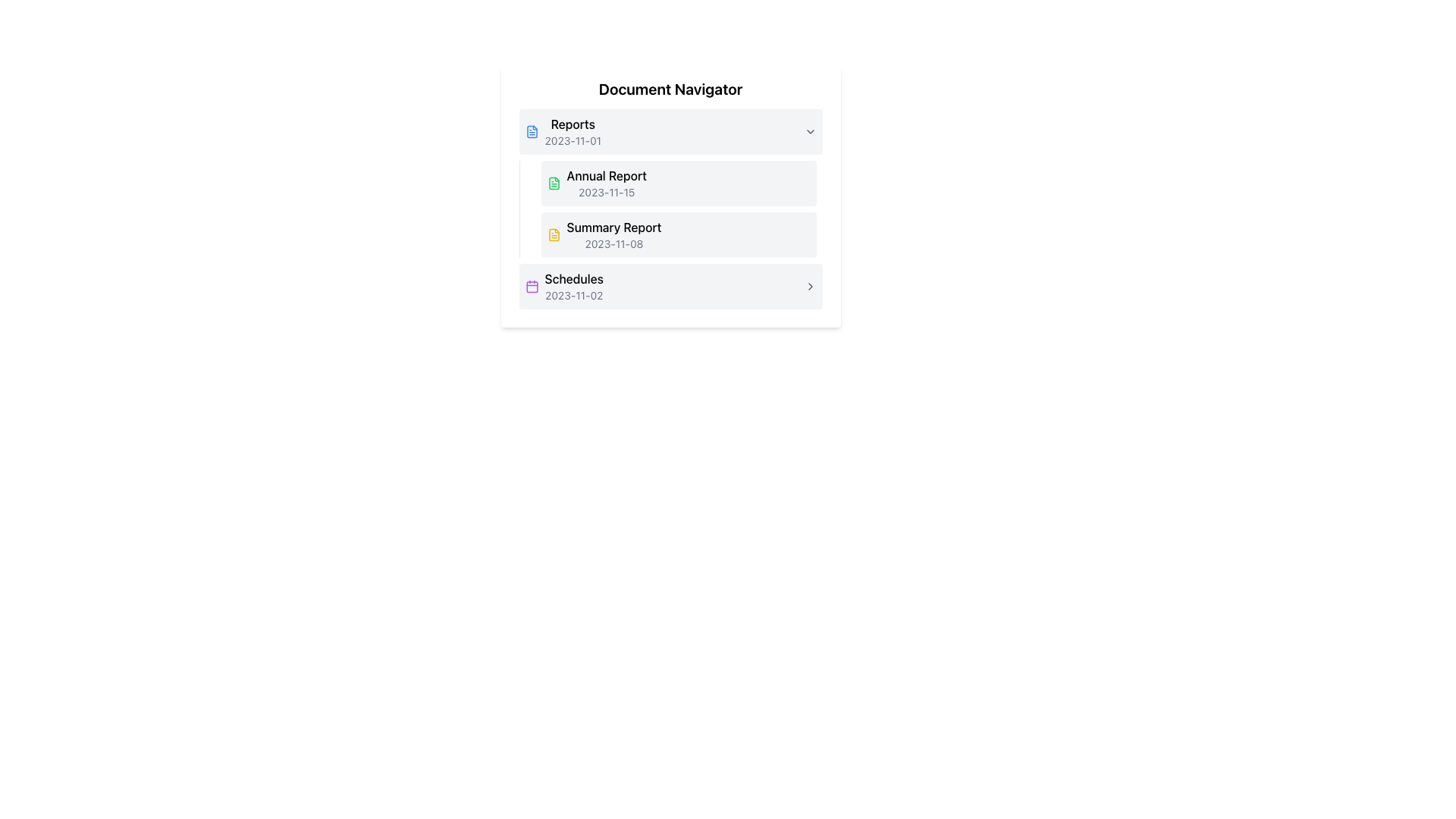 Image resolution: width=1456 pixels, height=819 pixels. What do you see at coordinates (573, 278) in the screenshot?
I see `the 'Schedules' label, which is the first part of a pair with the date '2023-11-02', located in the 'Document Navigator' section and visually indicated by a purple calendar icon` at bounding box center [573, 278].